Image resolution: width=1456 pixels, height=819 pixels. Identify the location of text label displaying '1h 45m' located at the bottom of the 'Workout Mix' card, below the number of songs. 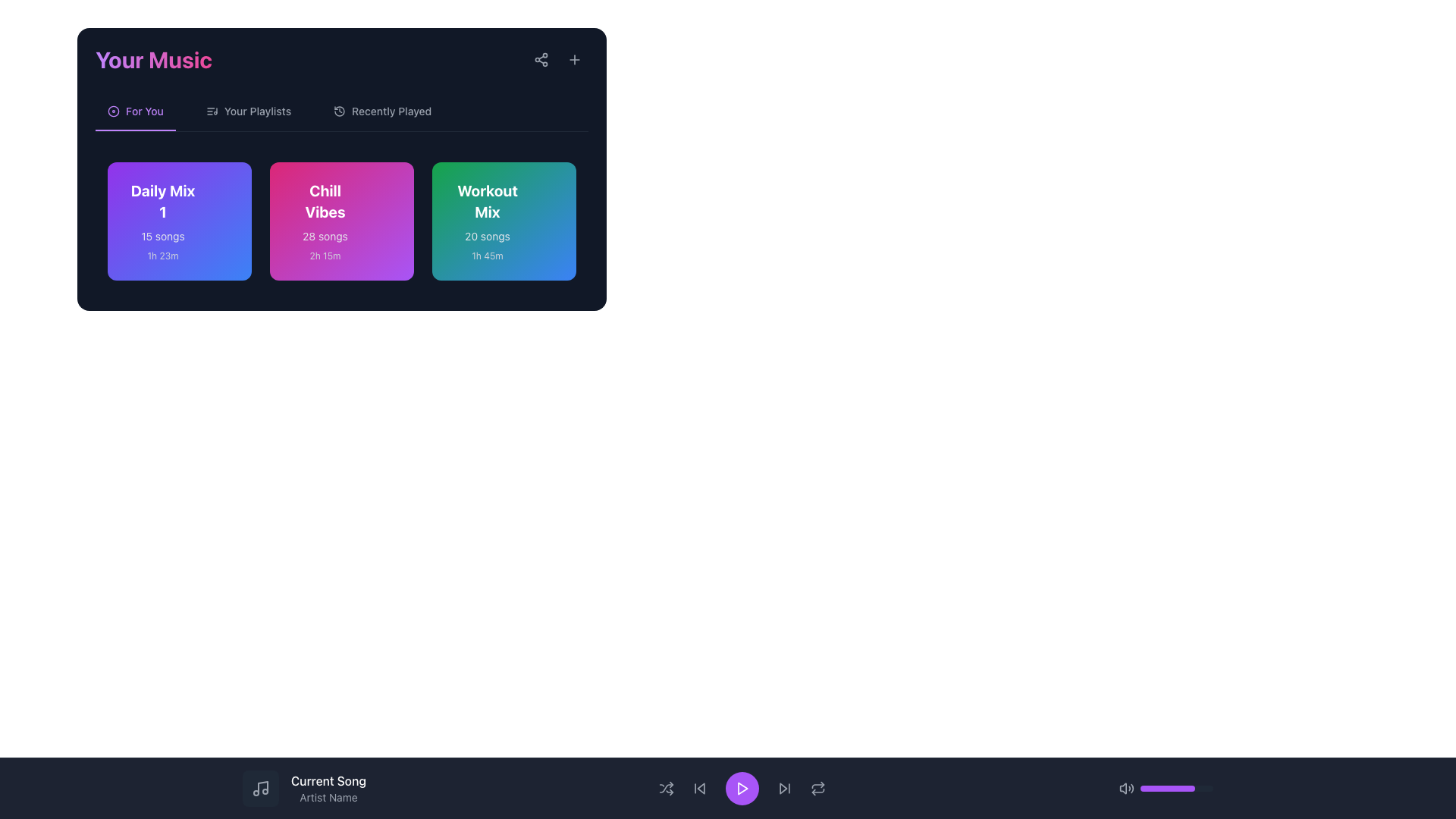
(488, 256).